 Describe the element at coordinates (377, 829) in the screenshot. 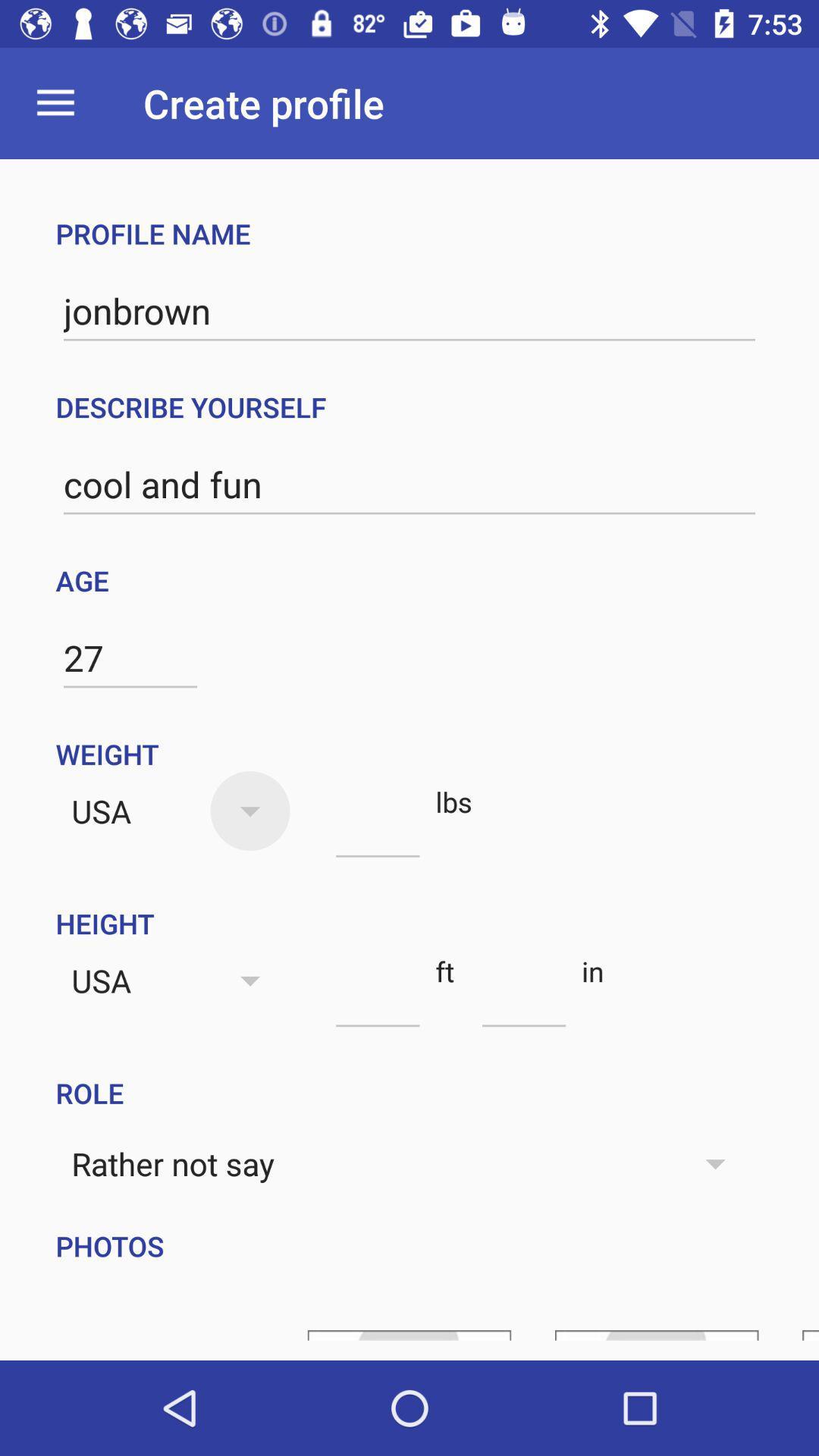

I see `icon above the height item` at that location.